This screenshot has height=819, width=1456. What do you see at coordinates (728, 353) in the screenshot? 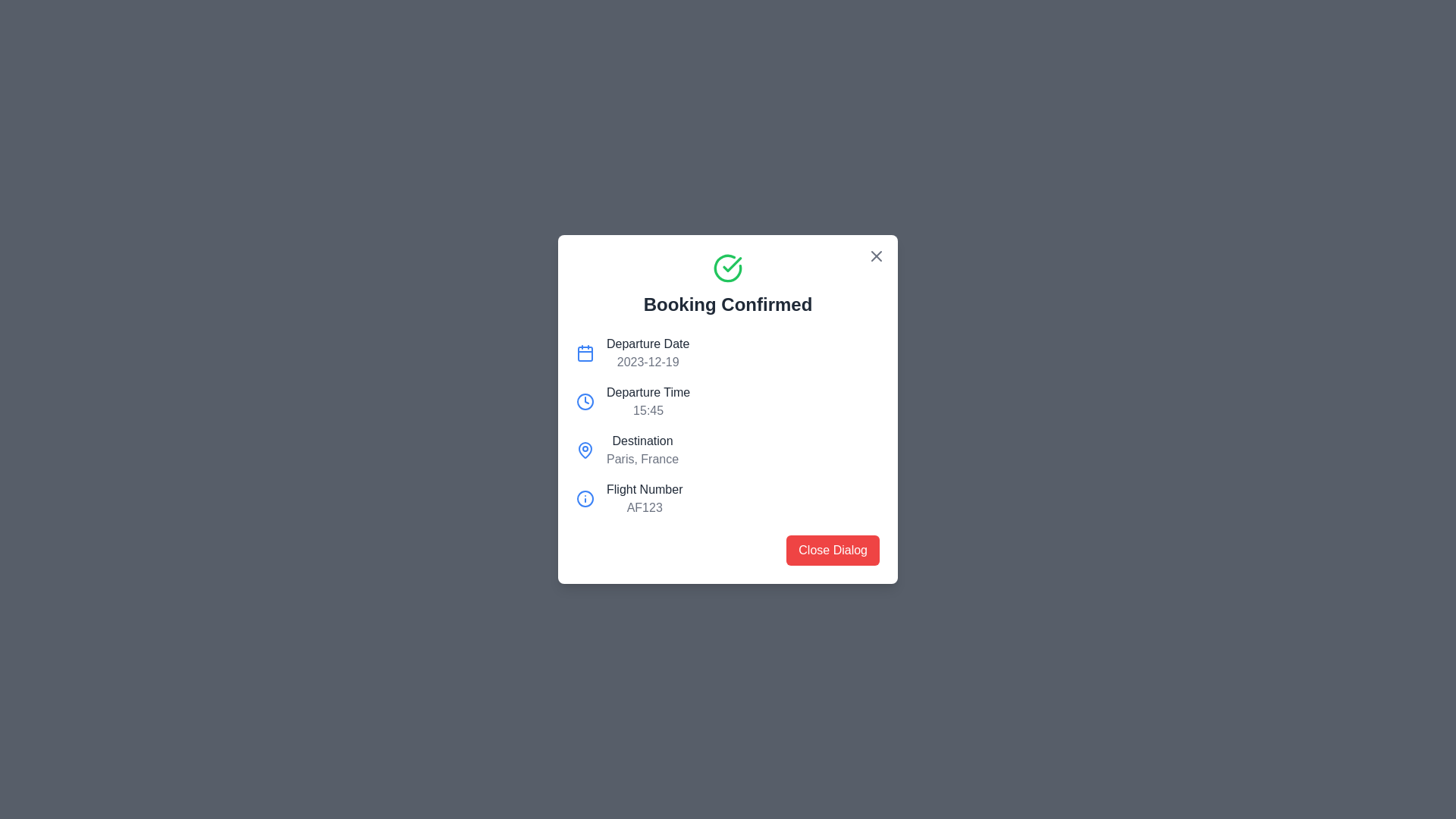
I see `the departure date information component, which is the first item in the vertical list of information components in a modal dialog` at bounding box center [728, 353].